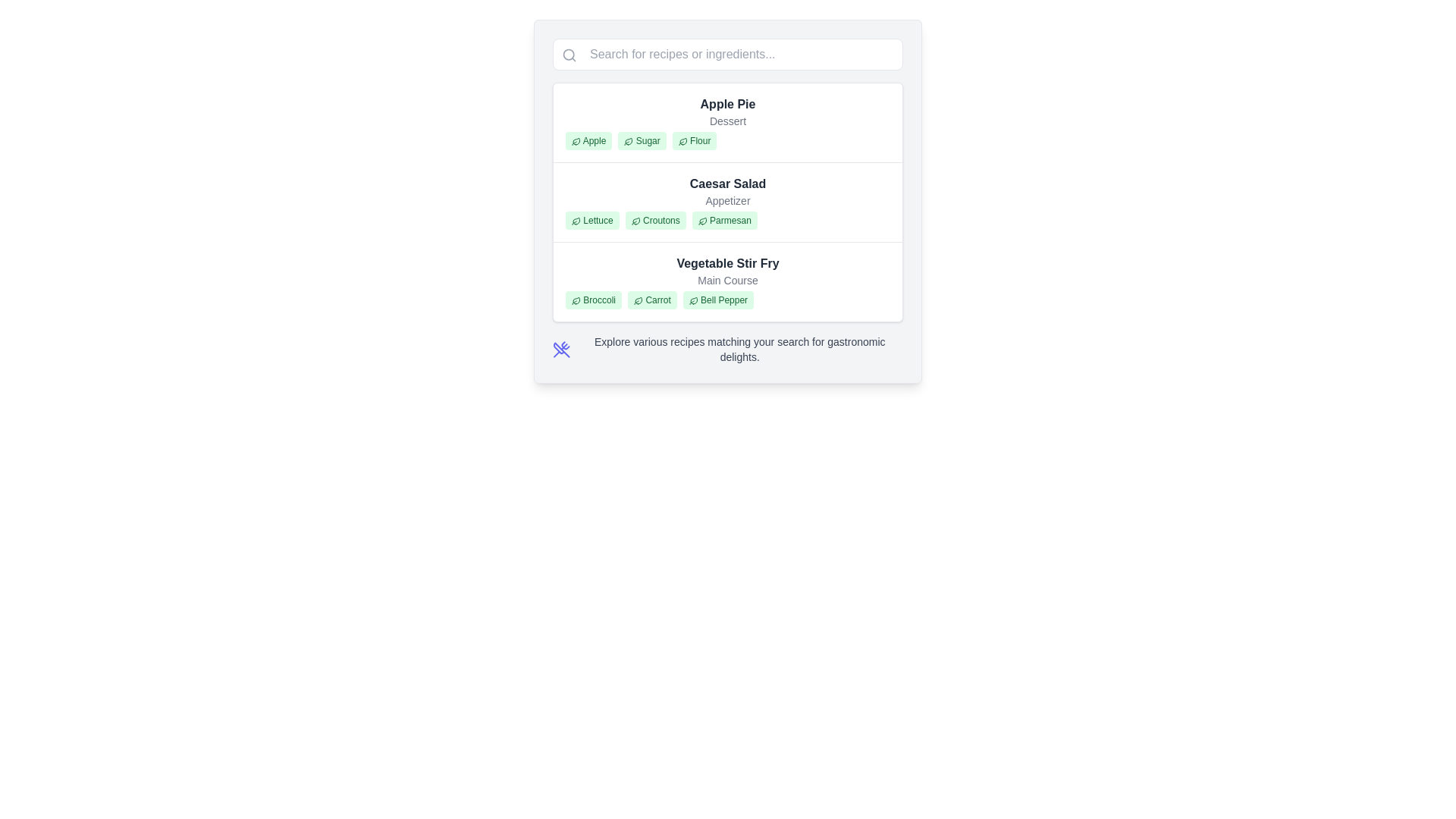 The image size is (1456, 819). Describe the element at coordinates (575, 140) in the screenshot. I see `the small green-stroked leaf icon associated with the 'Apple' tag in the ingredient list for more details` at that location.